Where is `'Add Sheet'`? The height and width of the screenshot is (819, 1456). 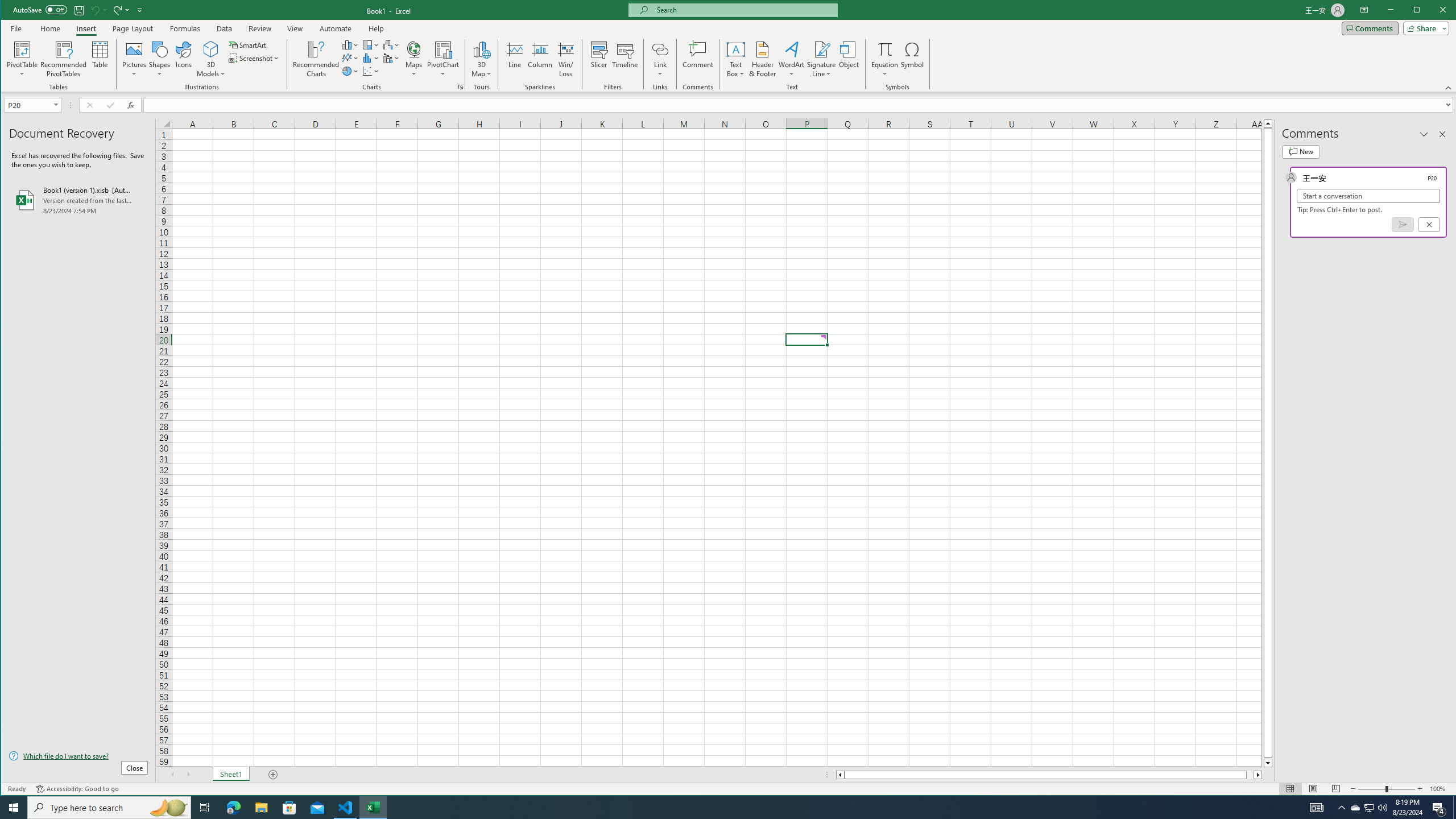 'Add Sheet' is located at coordinates (273, 775).